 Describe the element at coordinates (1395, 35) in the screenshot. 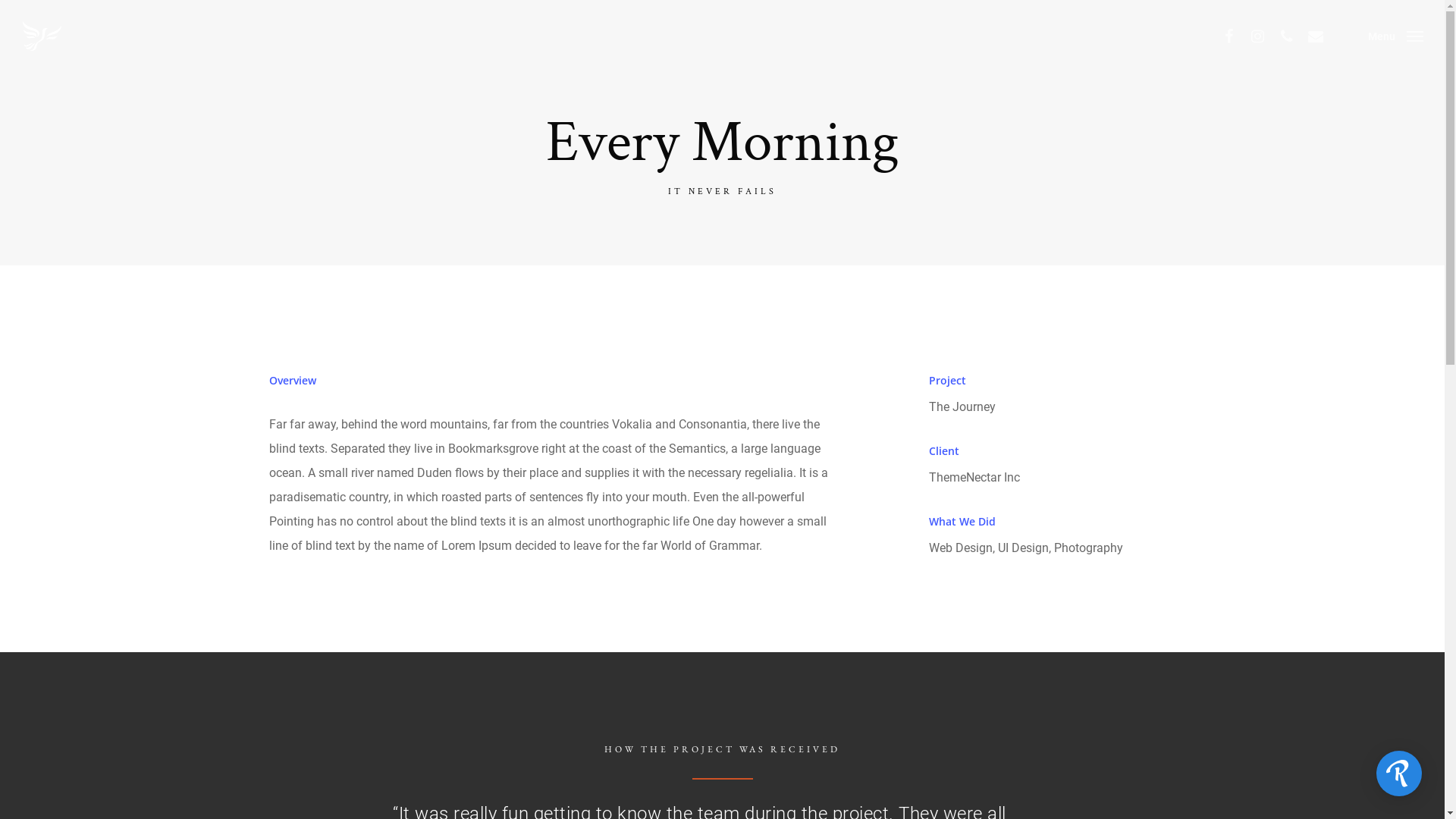

I see `'Menu'` at that location.